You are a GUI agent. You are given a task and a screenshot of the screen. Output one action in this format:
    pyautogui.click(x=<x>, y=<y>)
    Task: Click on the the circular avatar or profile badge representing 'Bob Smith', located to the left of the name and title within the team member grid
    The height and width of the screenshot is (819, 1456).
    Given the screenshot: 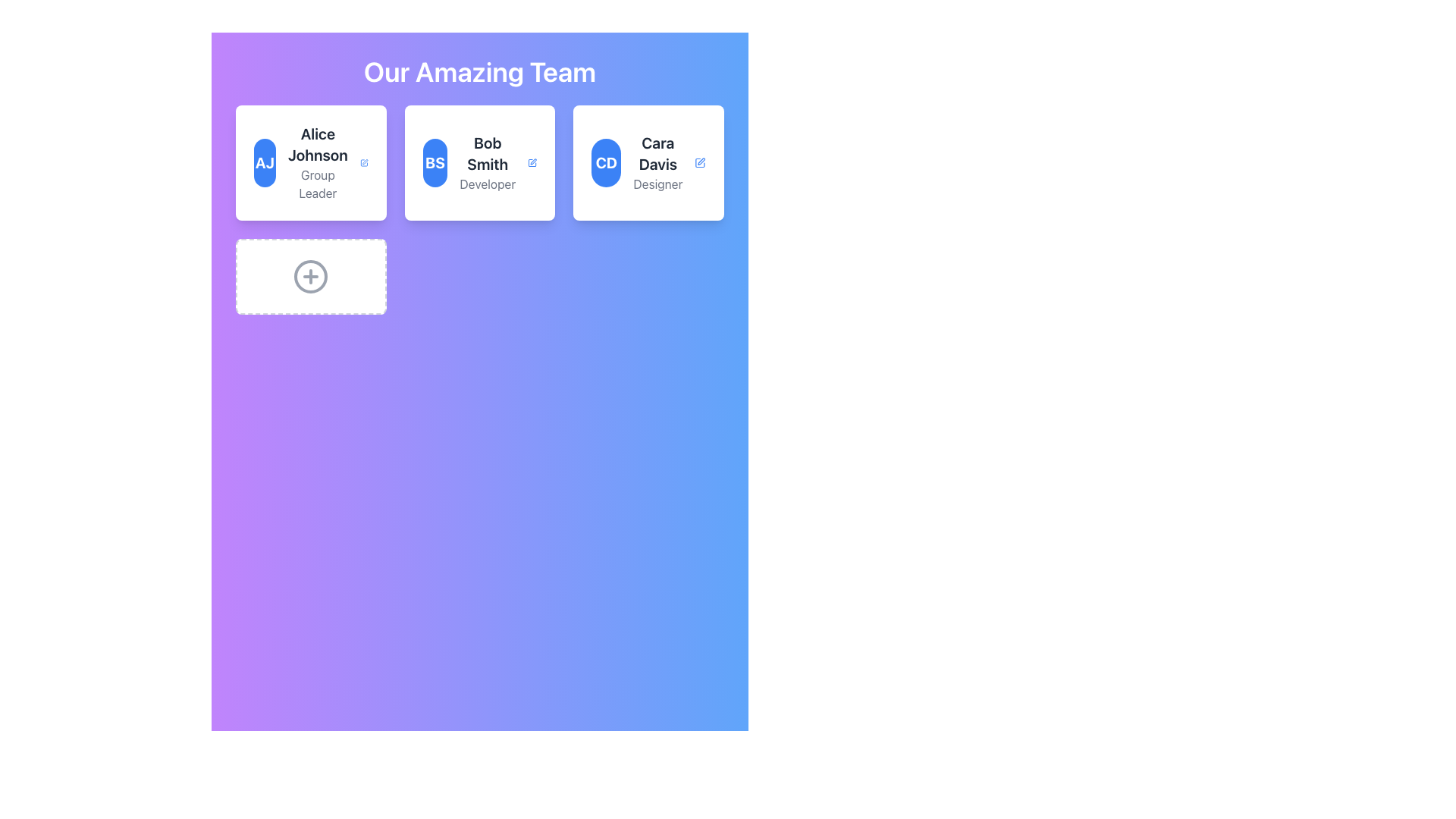 What is the action you would take?
    pyautogui.click(x=434, y=163)
    